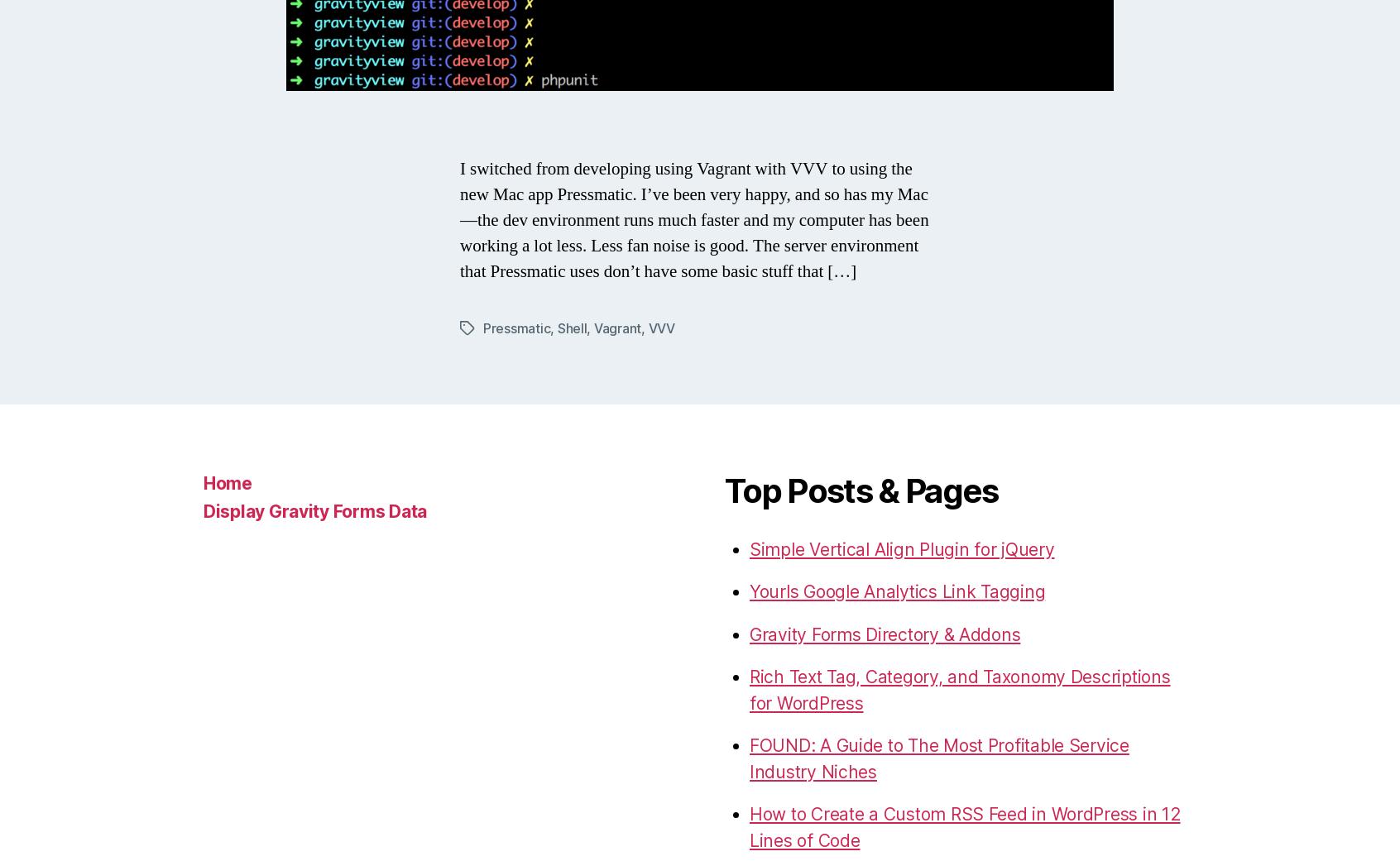 This screenshot has height=861, width=1400. Describe the element at coordinates (923, 482) in the screenshot. I see `'Passive Speaker Recommendations for USA (by @sweetchaos)'` at that location.